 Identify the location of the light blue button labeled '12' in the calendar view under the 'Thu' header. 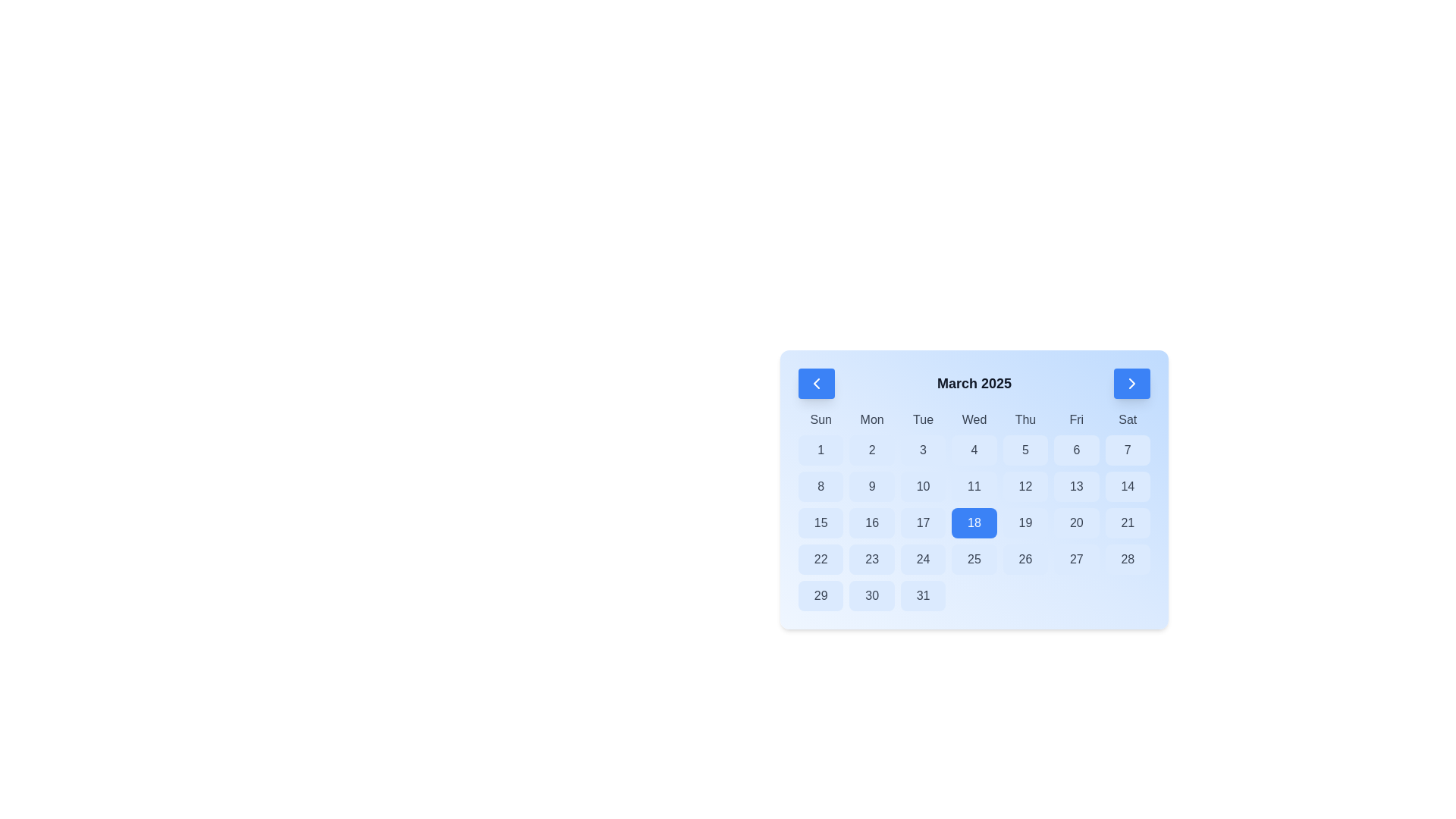
(1025, 486).